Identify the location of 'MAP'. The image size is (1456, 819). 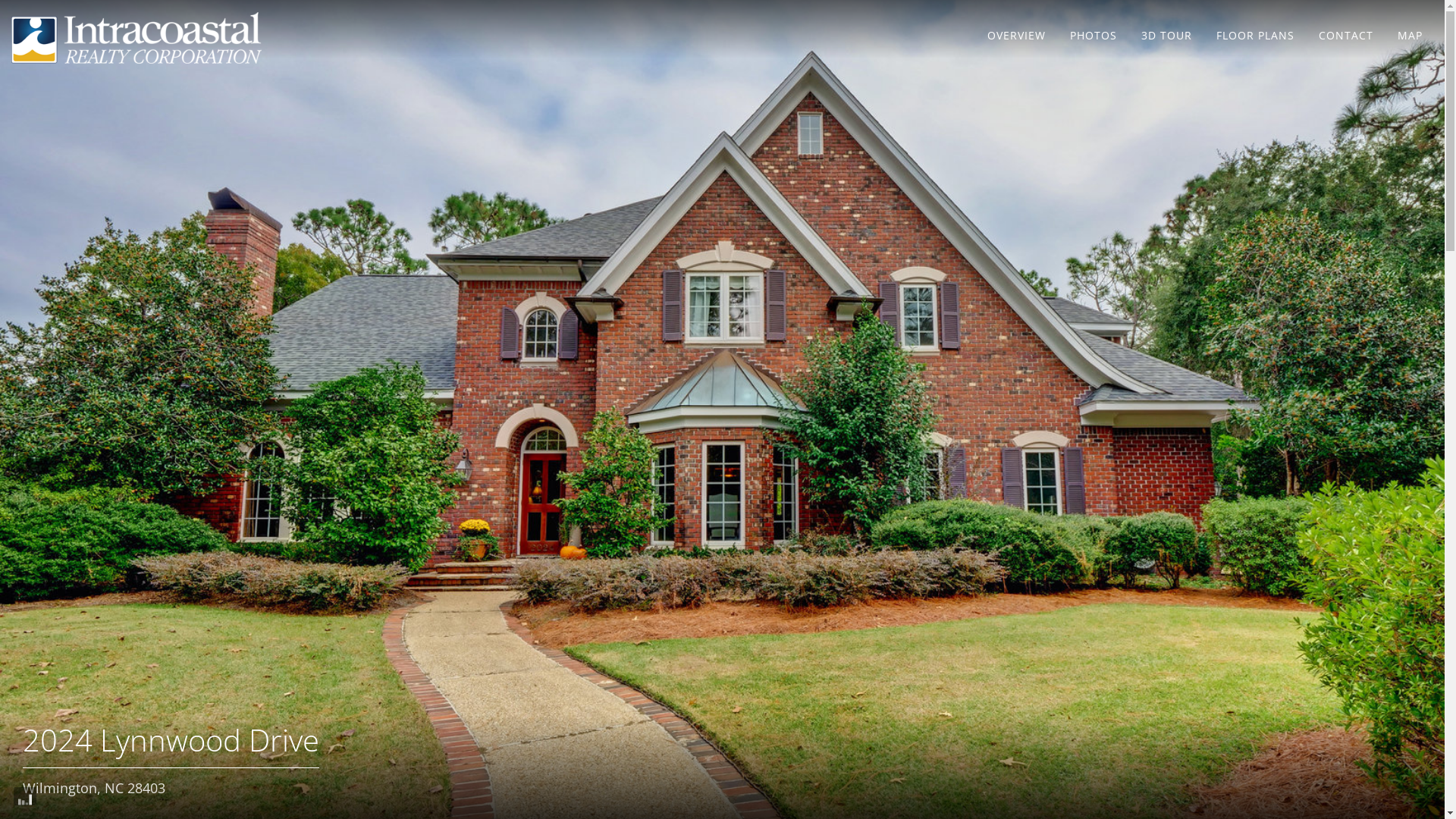
(1409, 34).